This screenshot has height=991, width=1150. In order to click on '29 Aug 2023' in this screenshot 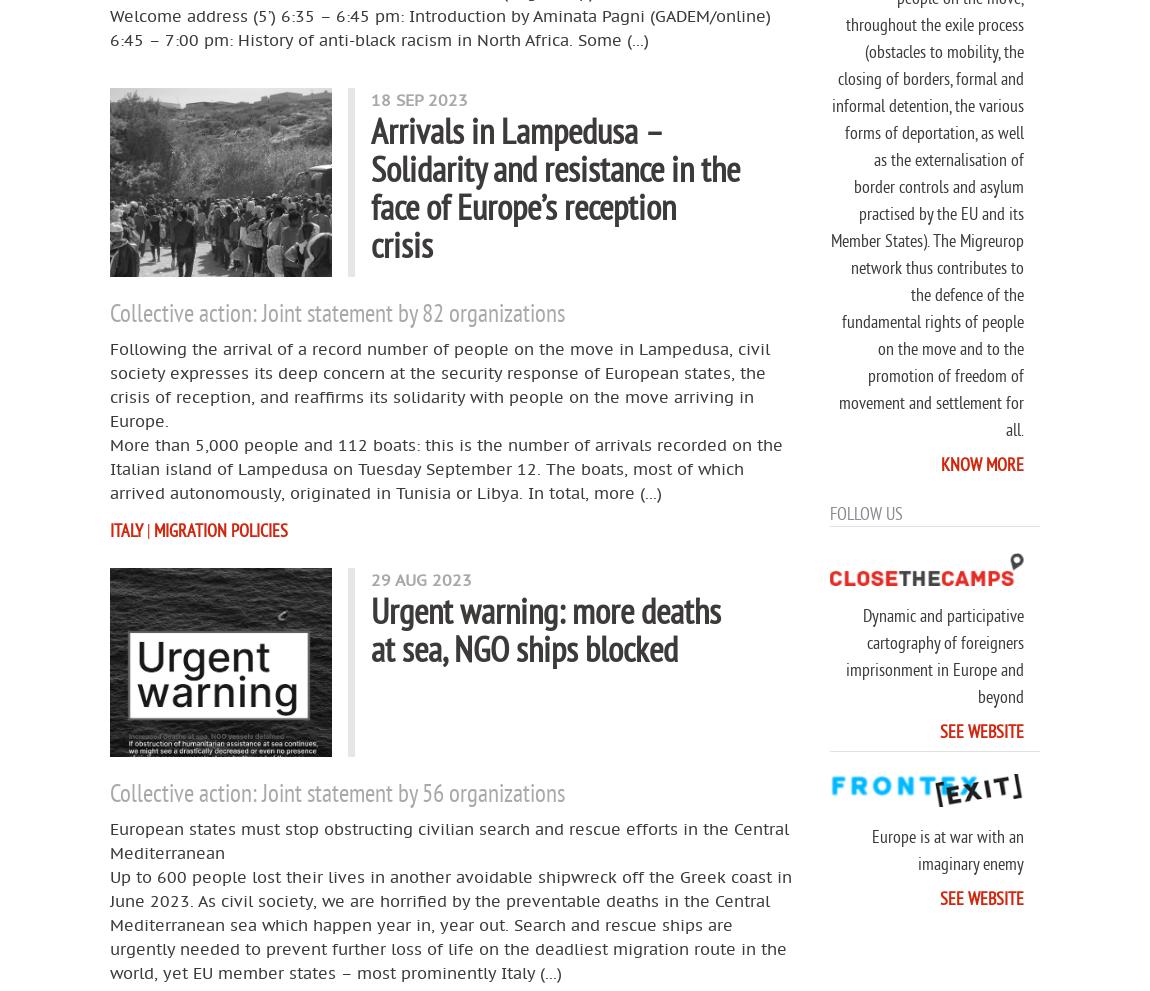, I will do `click(421, 578)`.